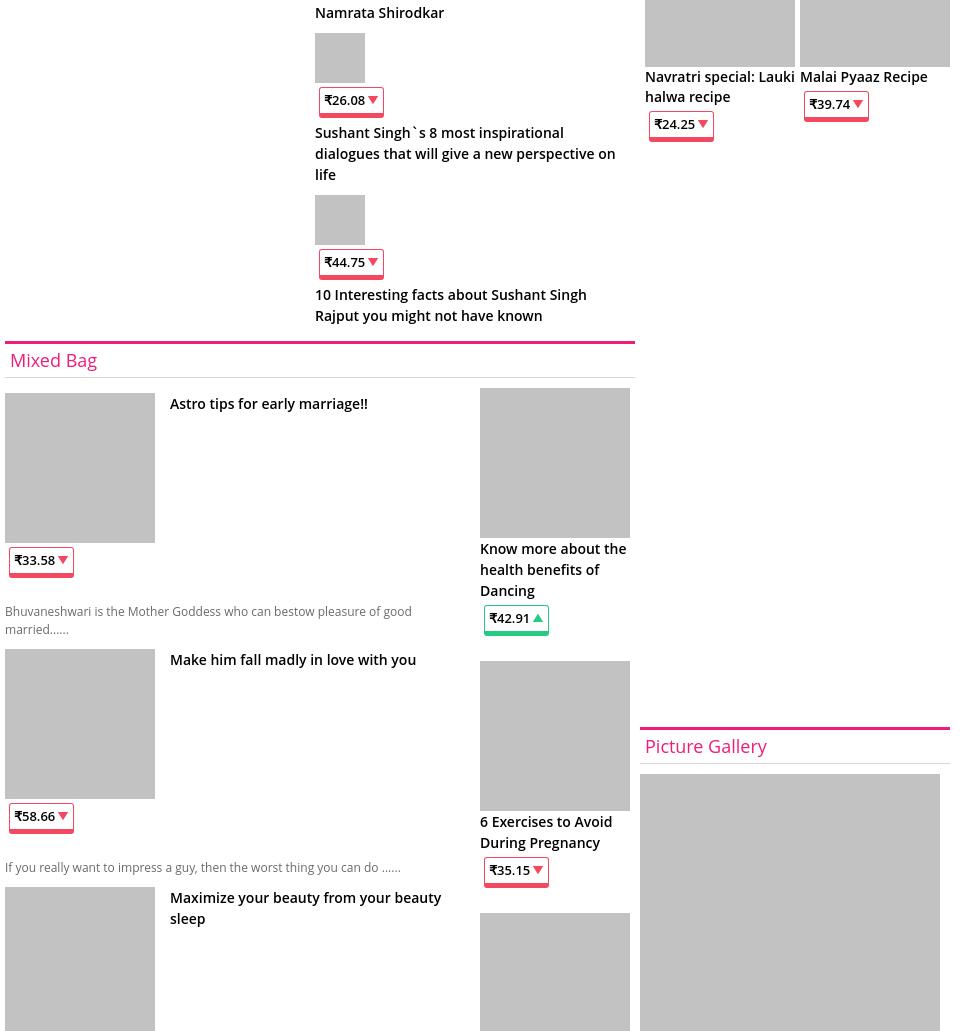 The height and width of the screenshot is (1031, 960). What do you see at coordinates (512, 615) in the screenshot?
I see `'42.91'` at bounding box center [512, 615].